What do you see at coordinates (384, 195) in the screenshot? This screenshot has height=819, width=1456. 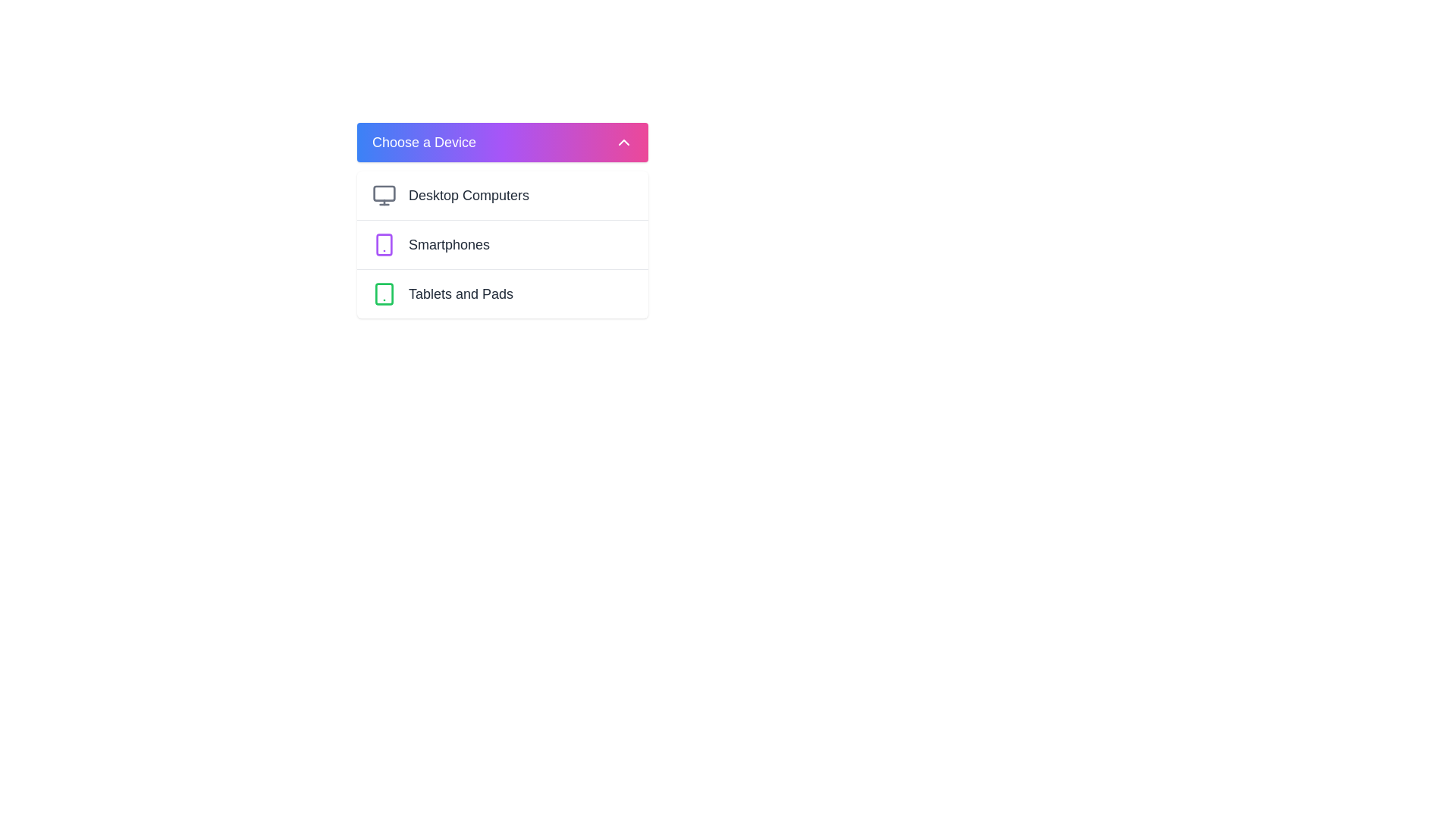 I see `the monitor icon representing the 'Desktop Computers' option in the category list to visually identify the category` at bounding box center [384, 195].